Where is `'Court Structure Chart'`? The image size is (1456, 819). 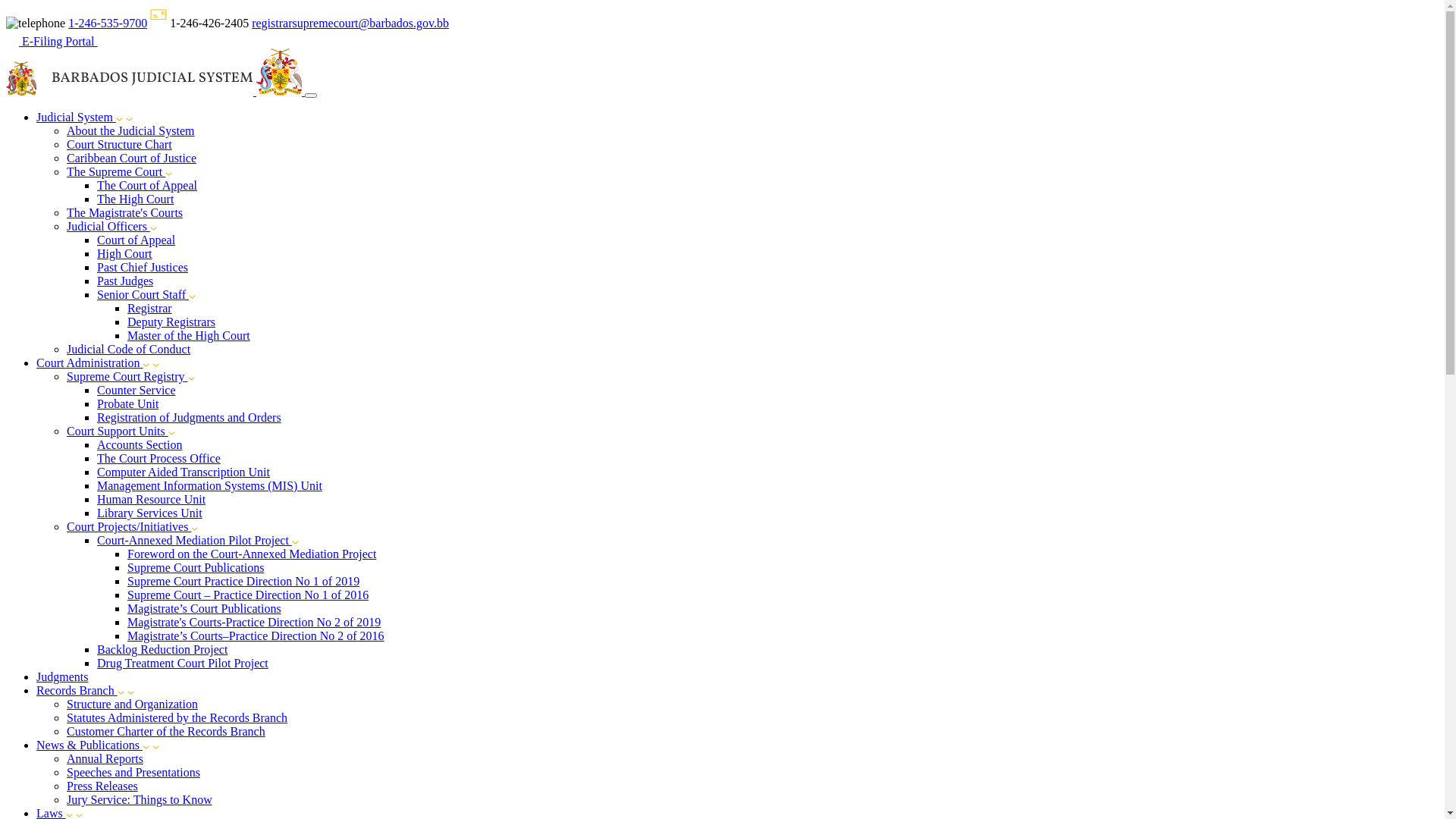
'Court Structure Chart' is located at coordinates (118, 144).